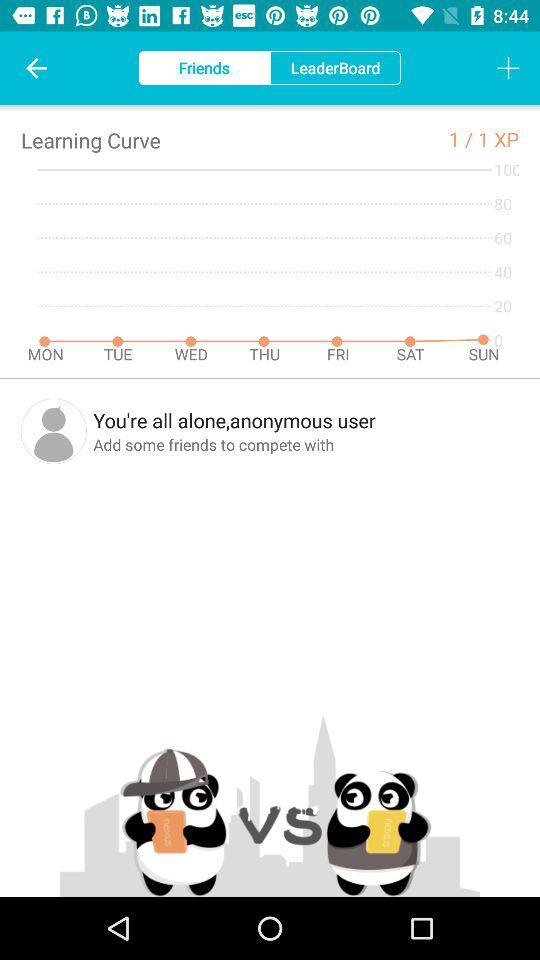 This screenshot has height=960, width=540. Describe the element at coordinates (306, 419) in the screenshot. I see `the you re all item` at that location.